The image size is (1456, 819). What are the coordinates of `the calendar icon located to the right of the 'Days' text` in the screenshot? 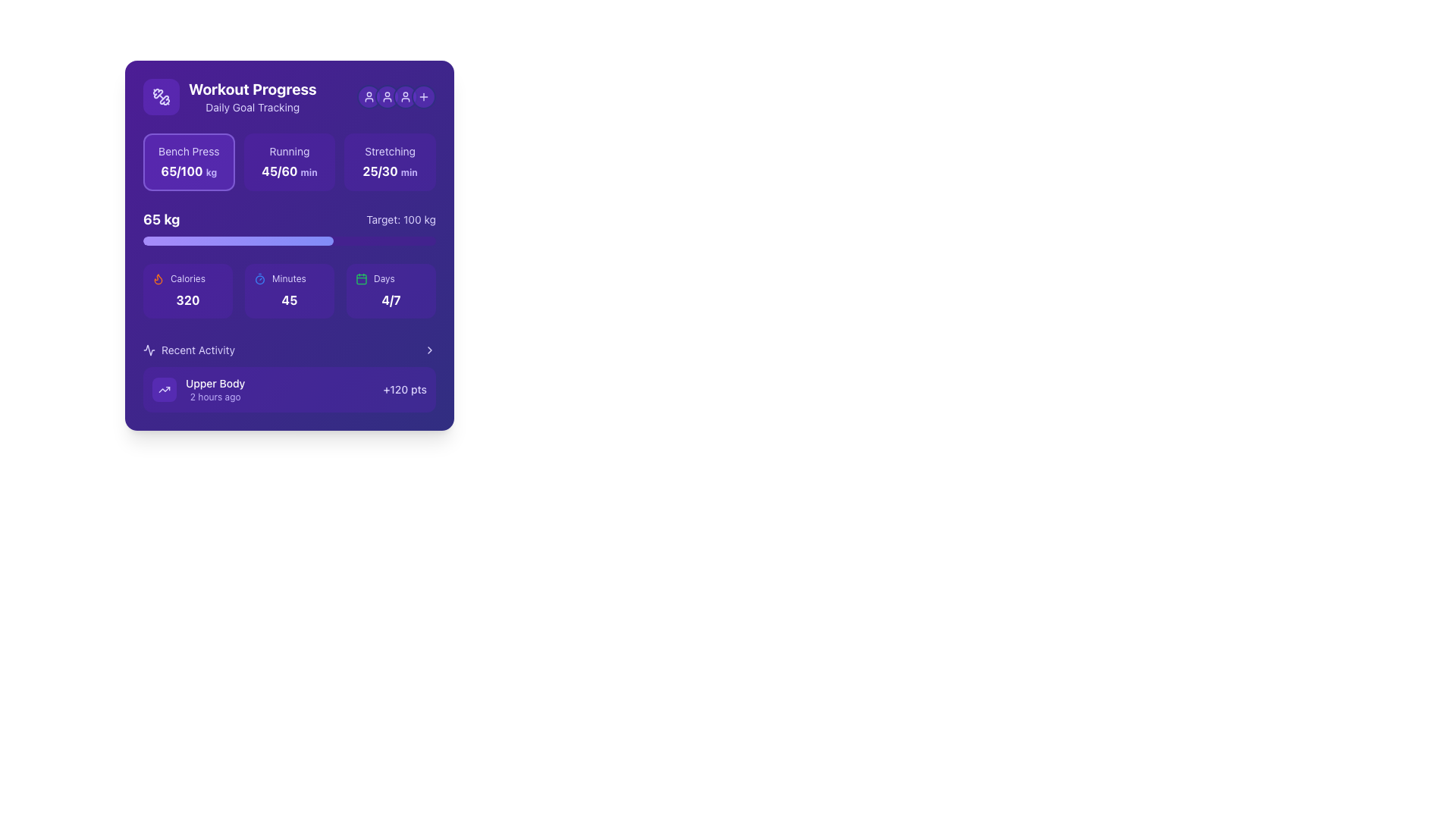 It's located at (360, 278).